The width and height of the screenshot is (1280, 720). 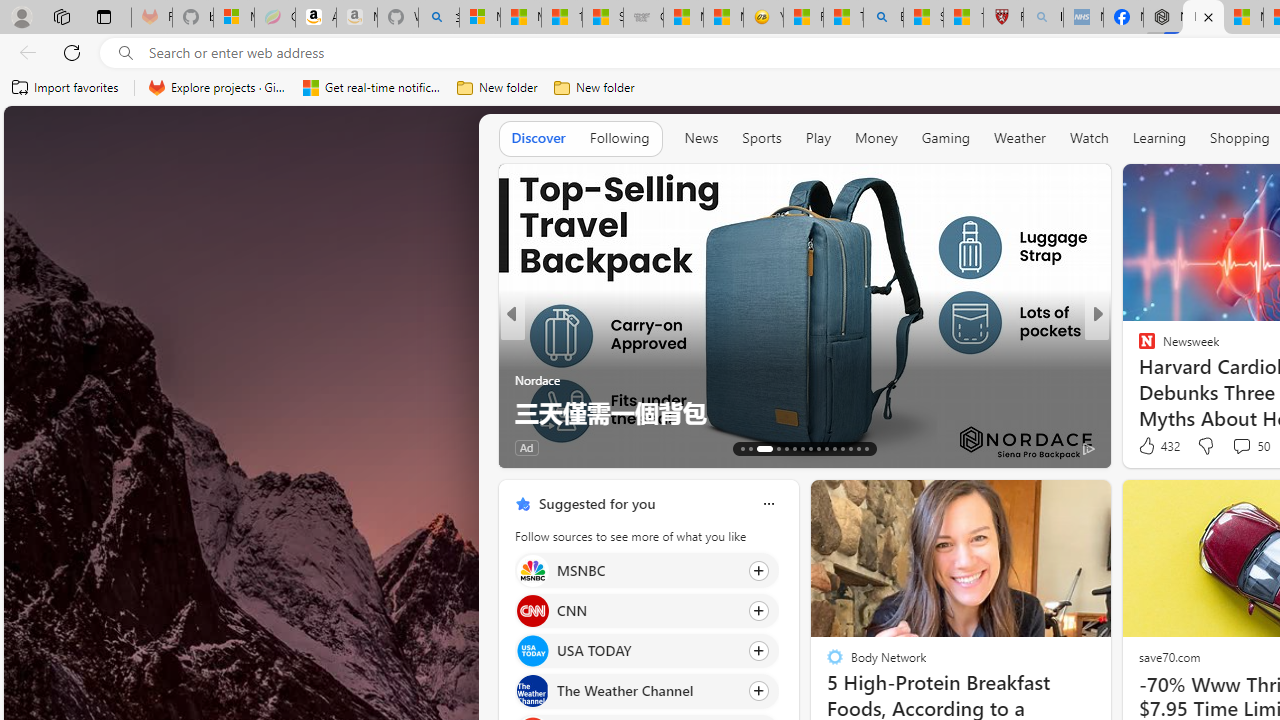 What do you see at coordinates (593, 87) in the screenshot?
I see `'New folder'` at bounding box center [593, 87].